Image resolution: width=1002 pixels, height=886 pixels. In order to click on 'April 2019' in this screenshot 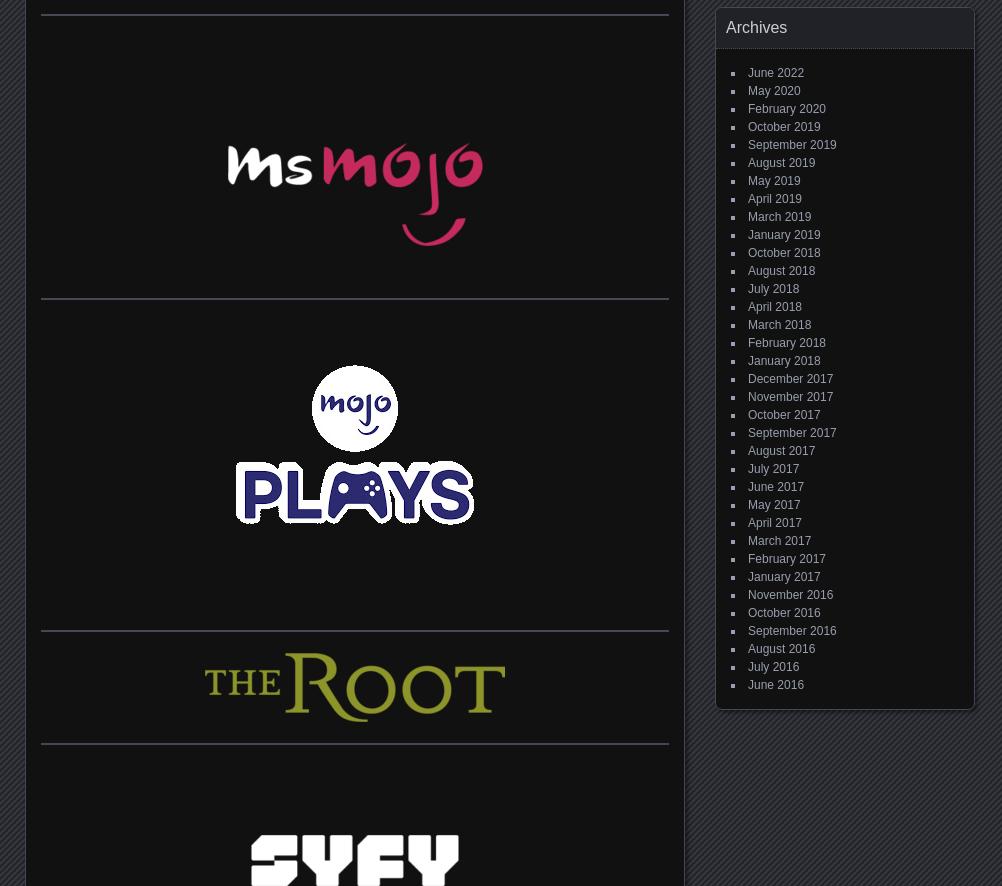, I will do `click(747, 198)`.